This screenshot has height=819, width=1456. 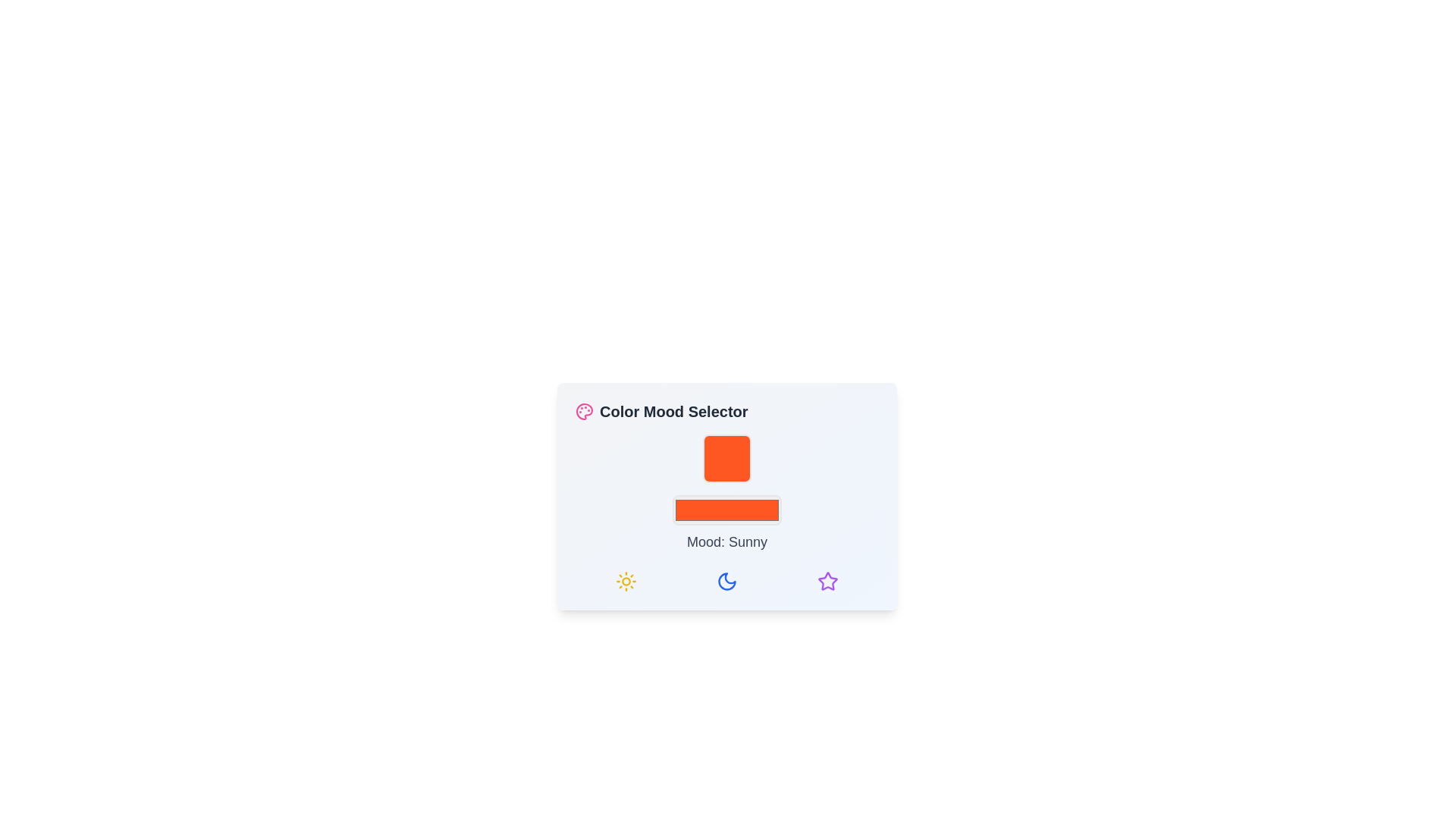 I want to click on the color palette icon located in the top-left corner of the header of the 'Color Mood Selector' card interface, so click(x=584, y=412).